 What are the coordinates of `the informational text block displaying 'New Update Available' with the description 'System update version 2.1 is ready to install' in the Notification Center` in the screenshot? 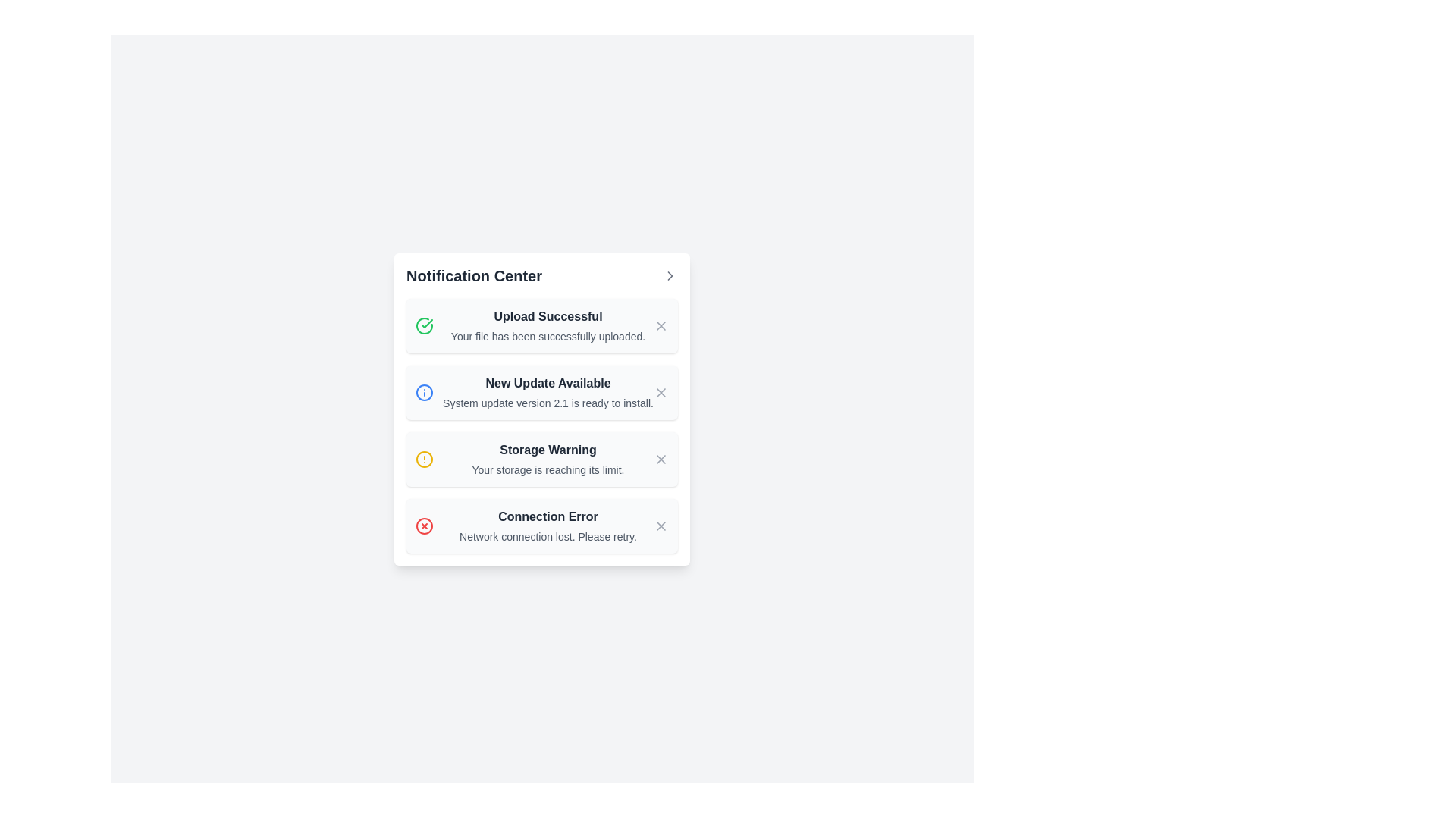 It's located at (548, 391).